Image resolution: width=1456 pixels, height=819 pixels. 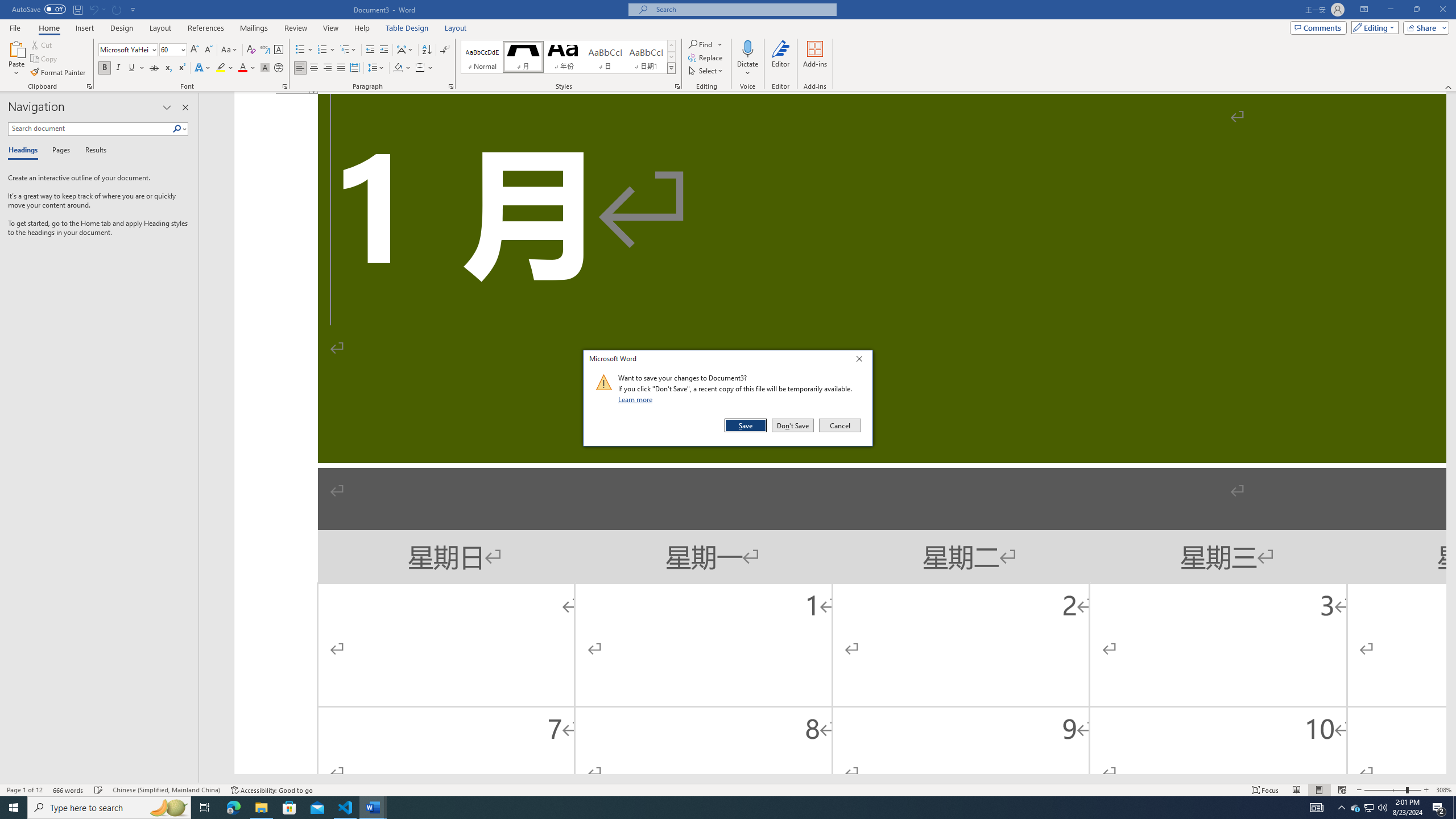 I want to click on 'Print Layout', so click(x=1319, y=790).